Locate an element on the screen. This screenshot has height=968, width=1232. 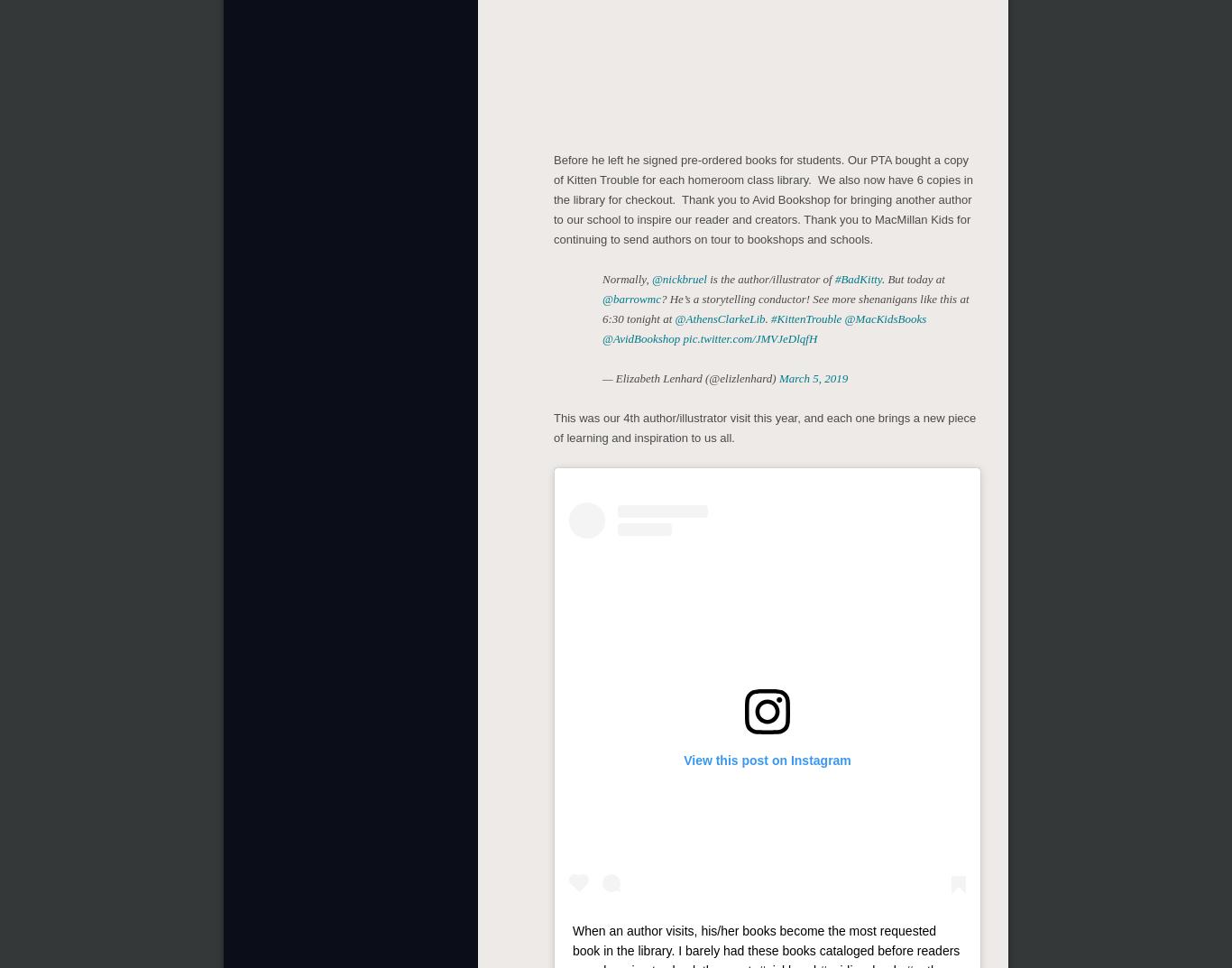
'⁩.' is located at coordinates (764, 318).